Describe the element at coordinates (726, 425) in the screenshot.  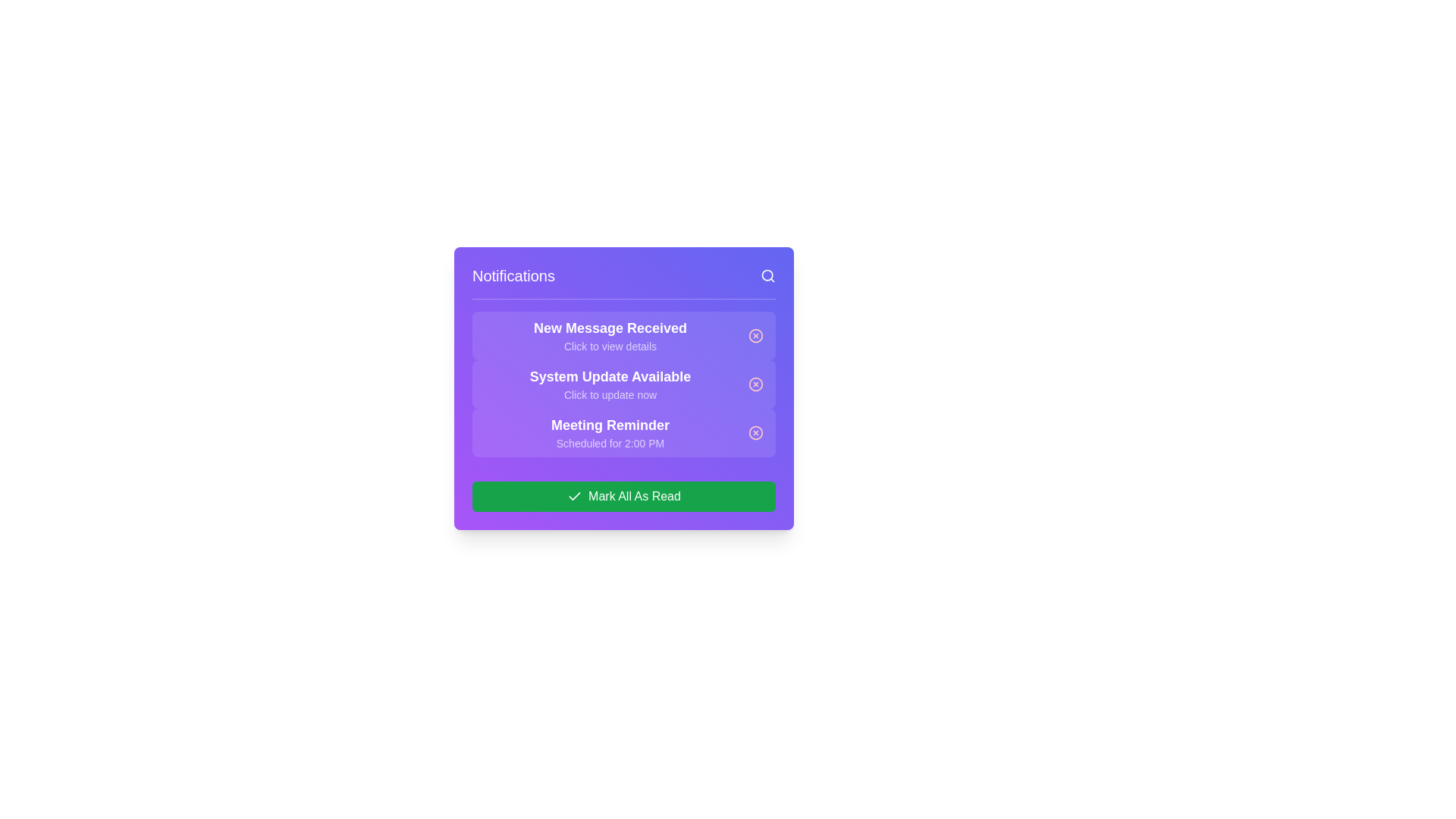
I see `the dismissal button associated with the 'Meeting Reminder' notification, which is the third item in the notifications list` at that location.